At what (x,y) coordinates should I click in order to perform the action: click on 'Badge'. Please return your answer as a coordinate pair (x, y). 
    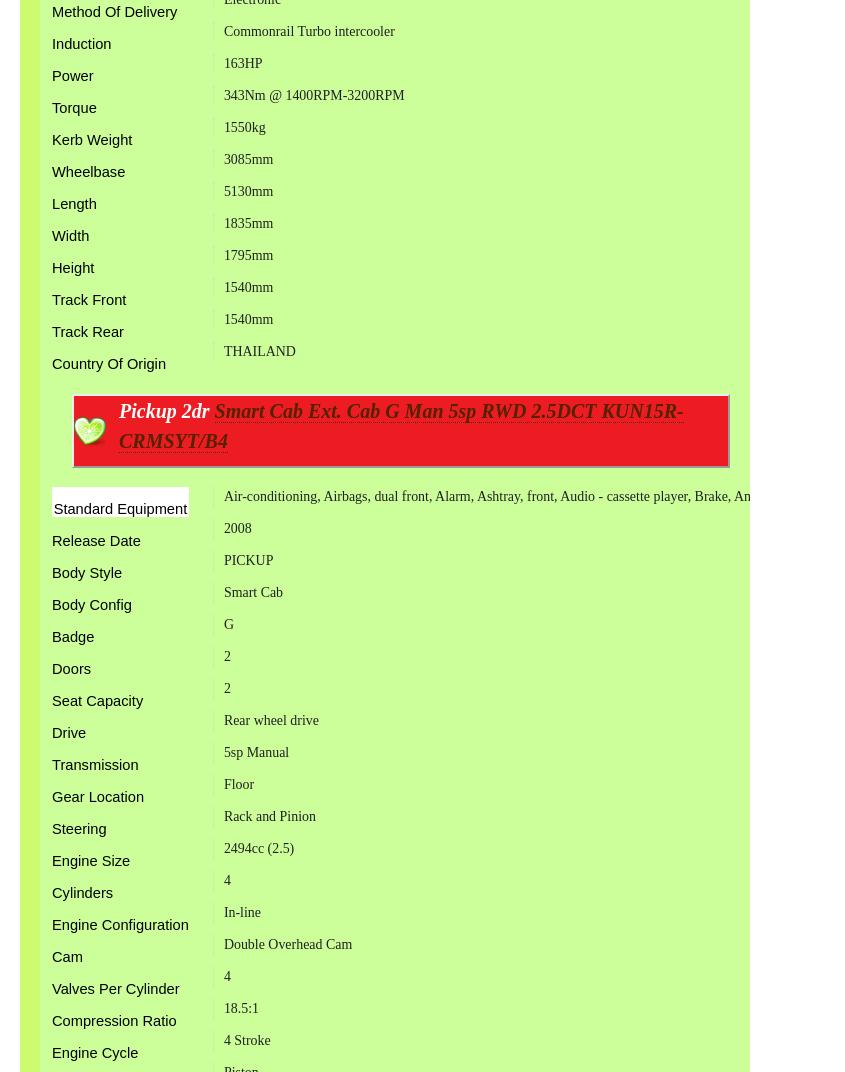
    Looking at the image, I should click on (72, 636).